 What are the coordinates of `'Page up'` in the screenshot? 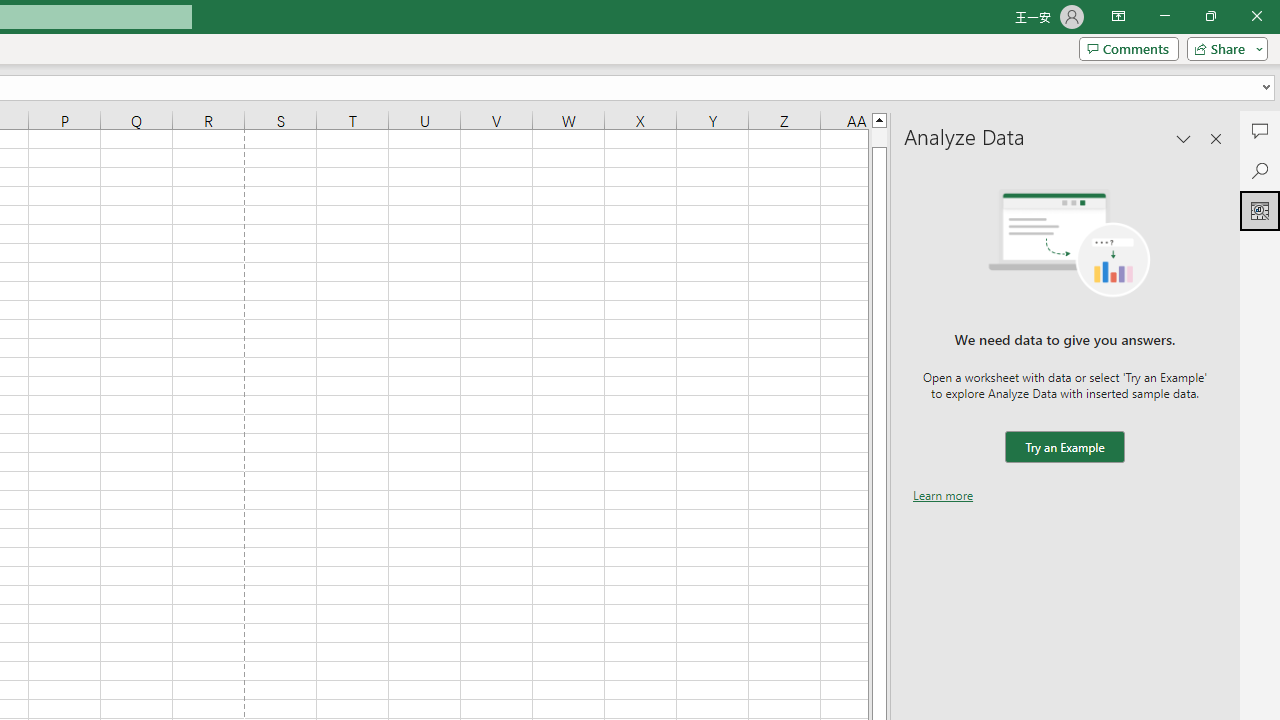 It's located at (879, 136).